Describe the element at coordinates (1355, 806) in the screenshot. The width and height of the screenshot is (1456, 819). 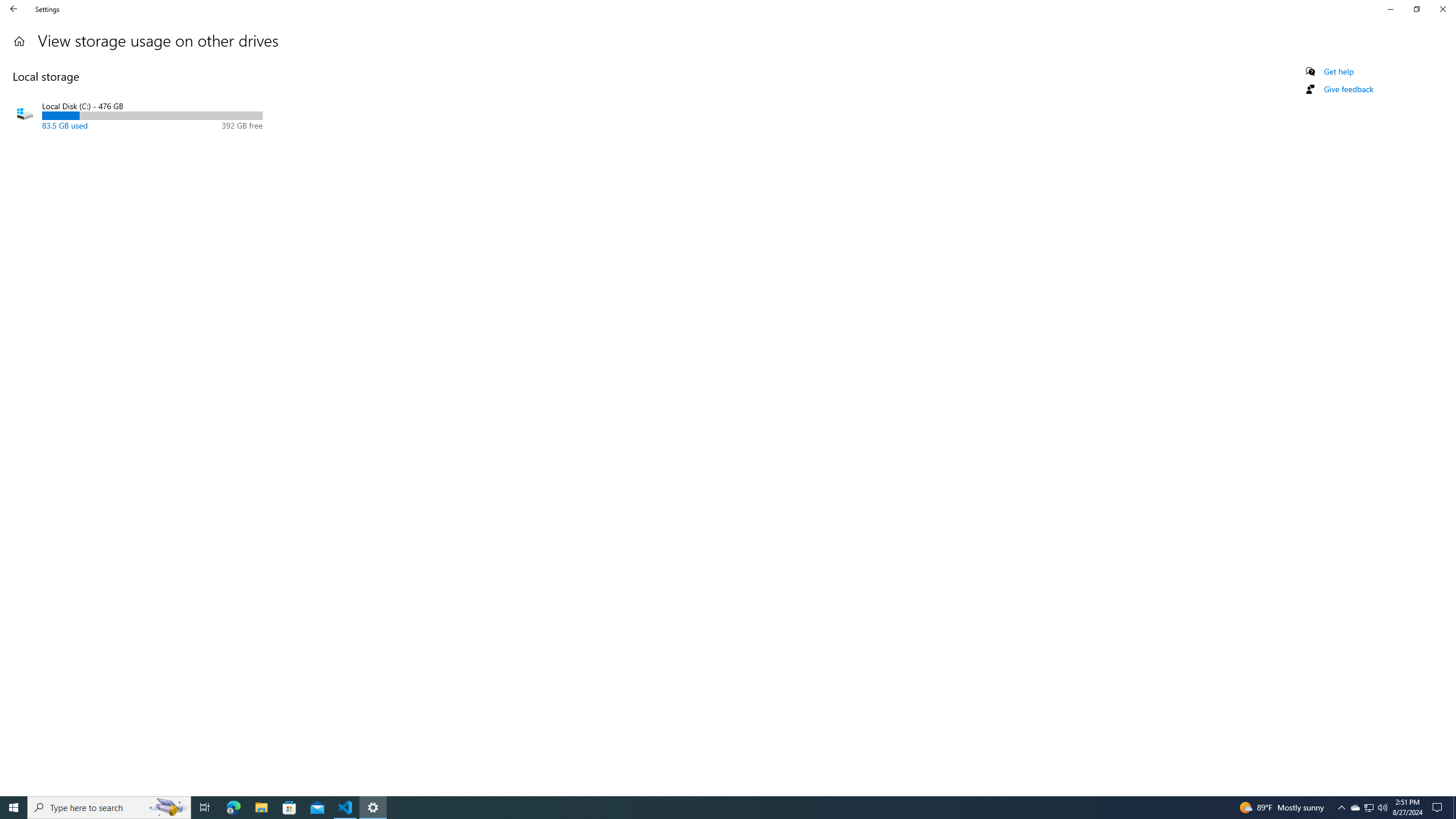
I see `'Q2790: 100%'` at that location.